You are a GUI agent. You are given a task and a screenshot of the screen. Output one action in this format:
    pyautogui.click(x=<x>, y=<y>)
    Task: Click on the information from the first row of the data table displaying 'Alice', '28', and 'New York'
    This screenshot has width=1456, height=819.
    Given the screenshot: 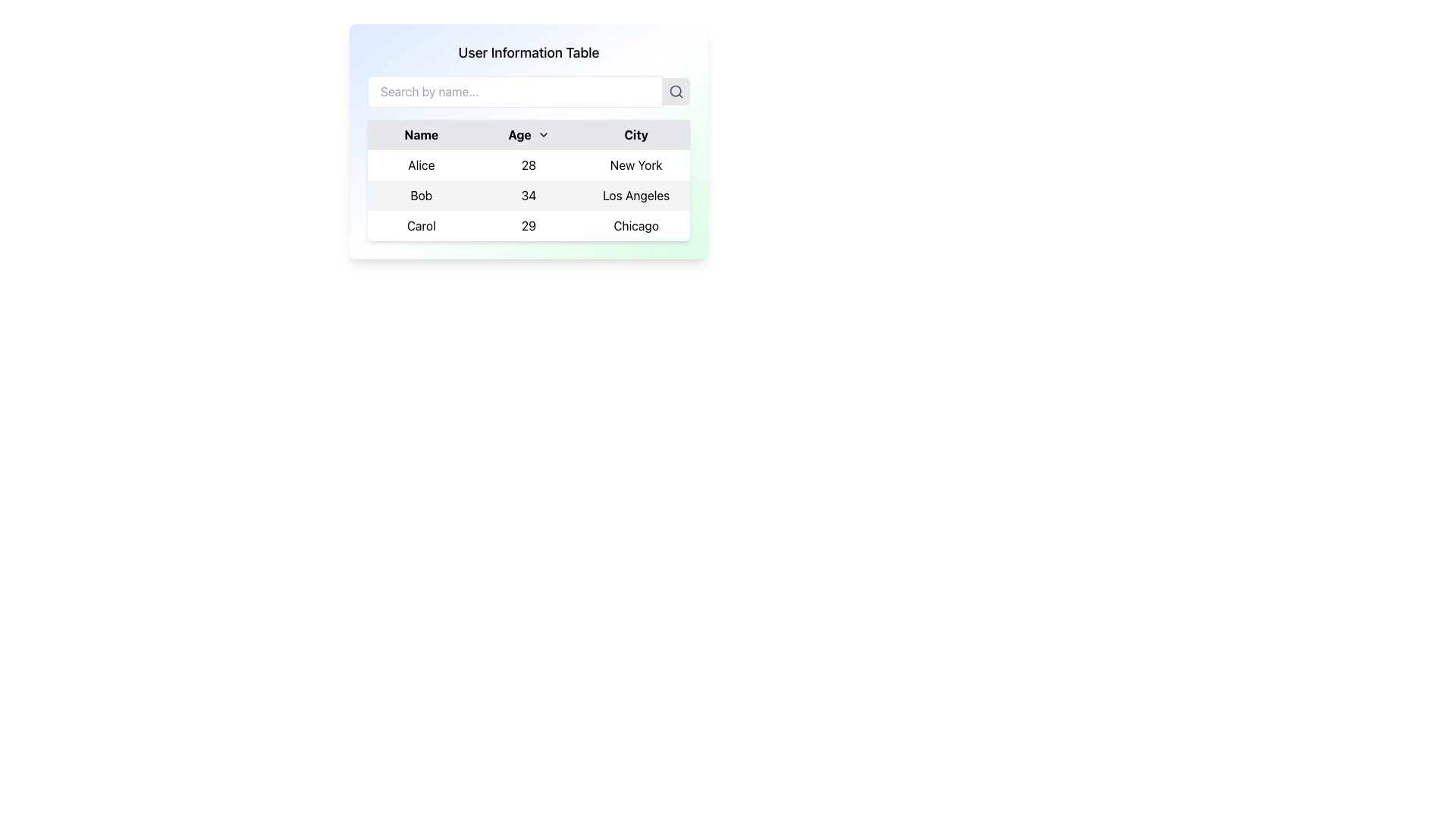 What is the action you would take?
    pyautogui.click(x=529, y=165)
    